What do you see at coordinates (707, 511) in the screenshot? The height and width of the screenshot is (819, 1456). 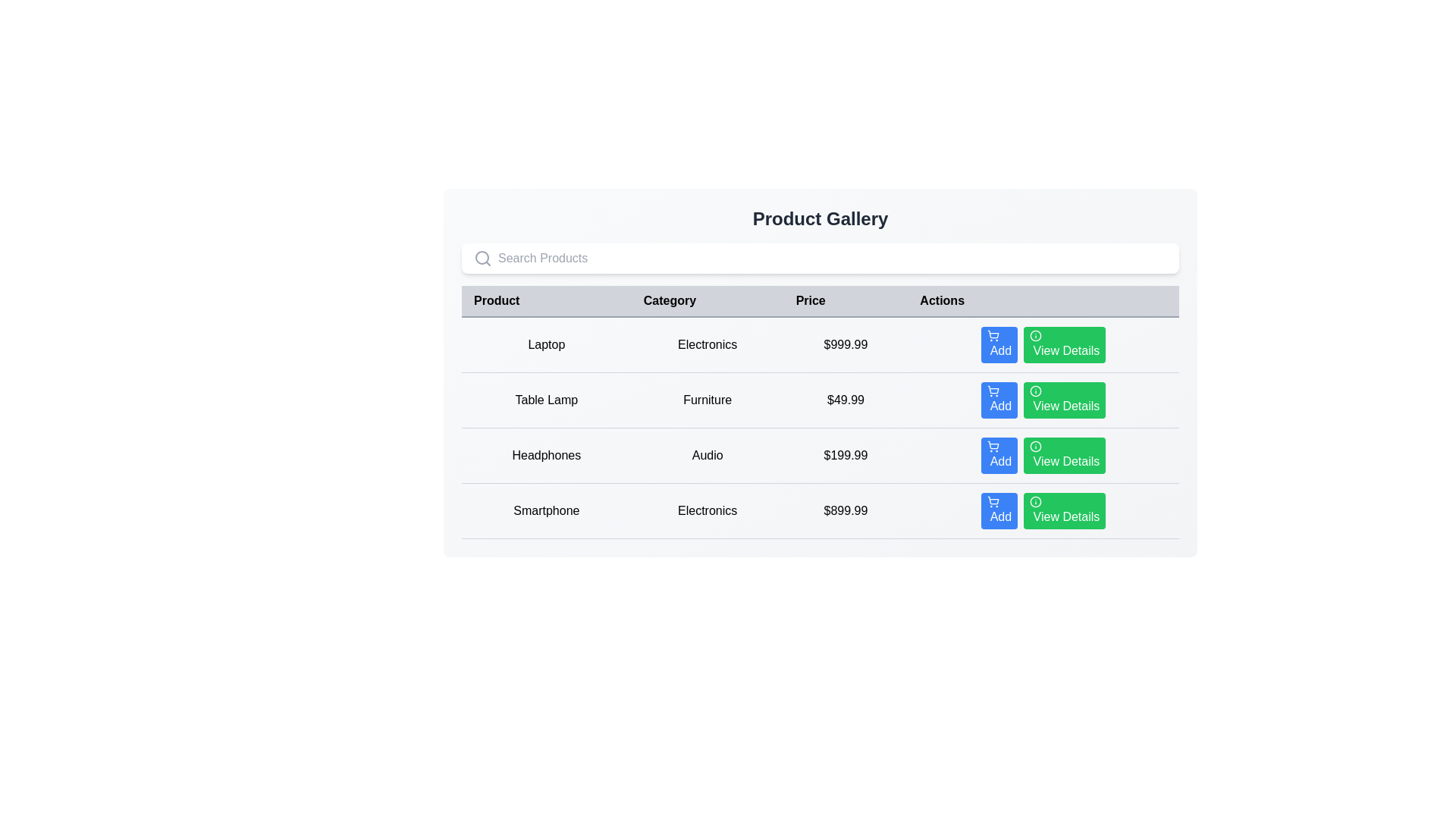 I see `the static text label displaying 'Electronics' located in the fourth row of the table under the 'Category' column` at bounding box center [707, 511].